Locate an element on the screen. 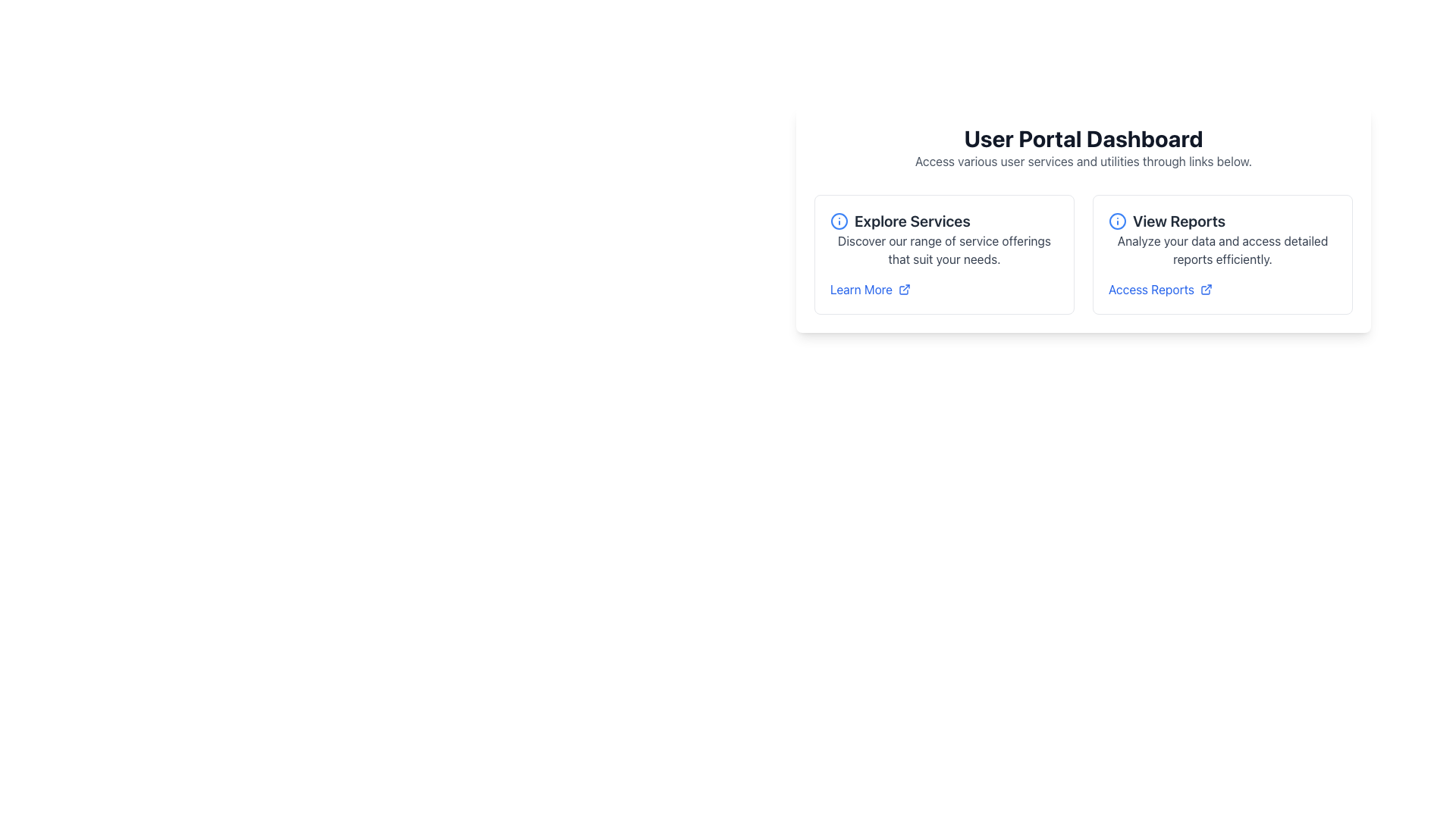 The height and width of the screenshot is (819, 1456). the informational icon located to the left of the 'Explore Services' heading, which suggests additional details or context is located at coordinates (839, 221).